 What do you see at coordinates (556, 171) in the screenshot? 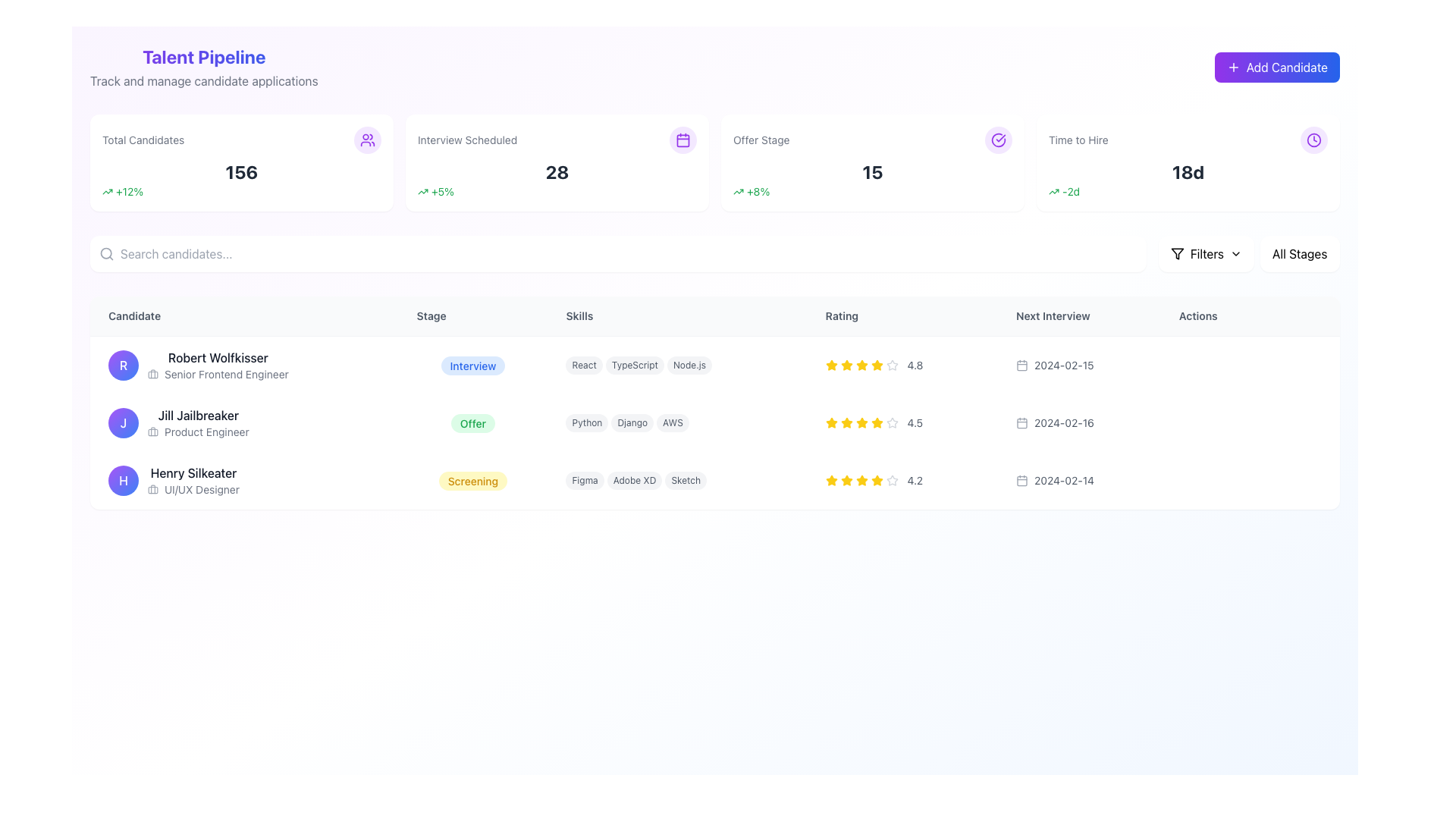
I see `the text label displaying the number of interviews scheduled (28) located in the second card under 'Interview Scheduled'` at bounding box center [556, 171].